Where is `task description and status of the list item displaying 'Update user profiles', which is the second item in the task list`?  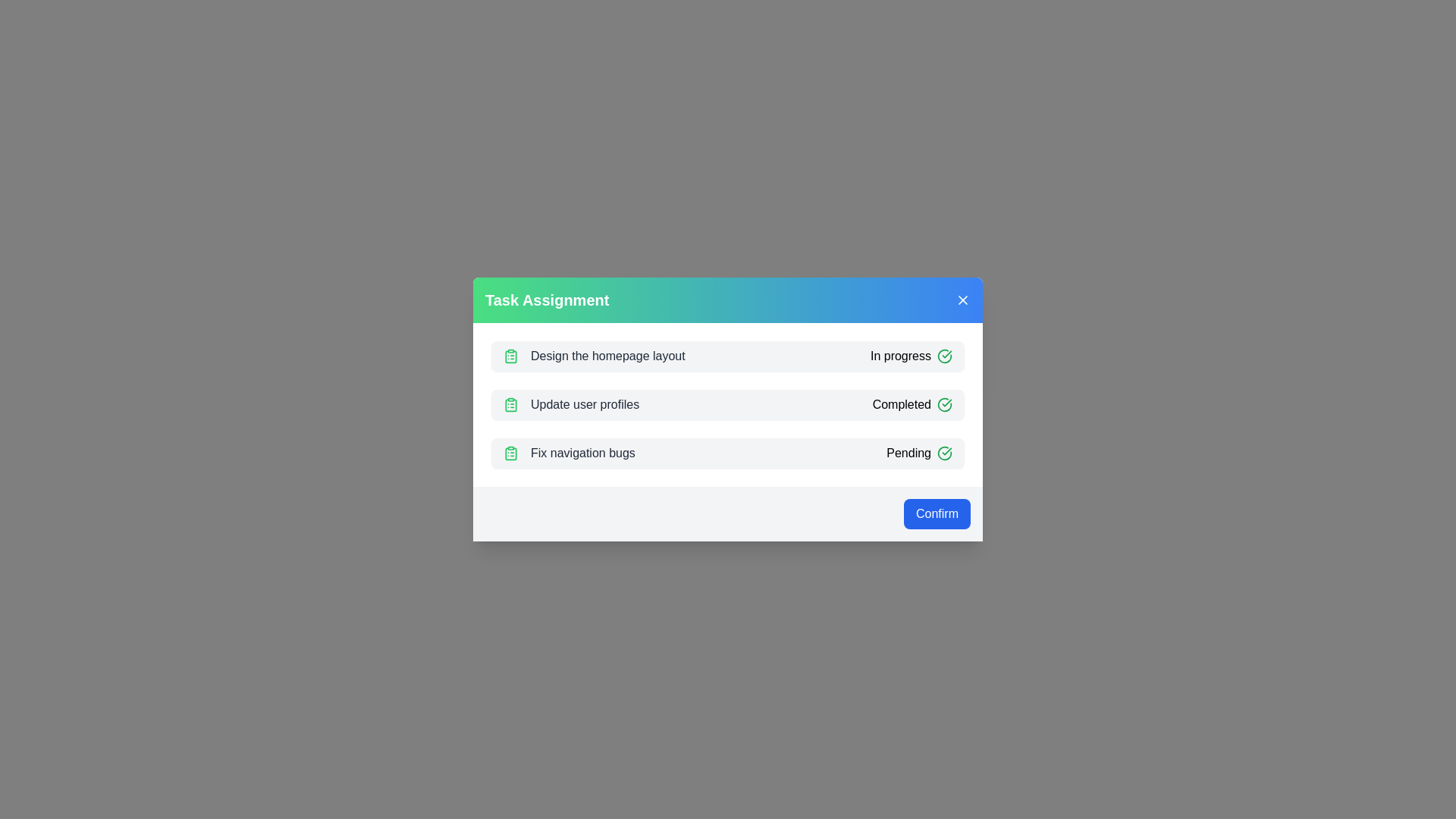 task description and status of the list item displaying 'Update user profiles', which is the second item in the task list is located at coordinates (728, 403).